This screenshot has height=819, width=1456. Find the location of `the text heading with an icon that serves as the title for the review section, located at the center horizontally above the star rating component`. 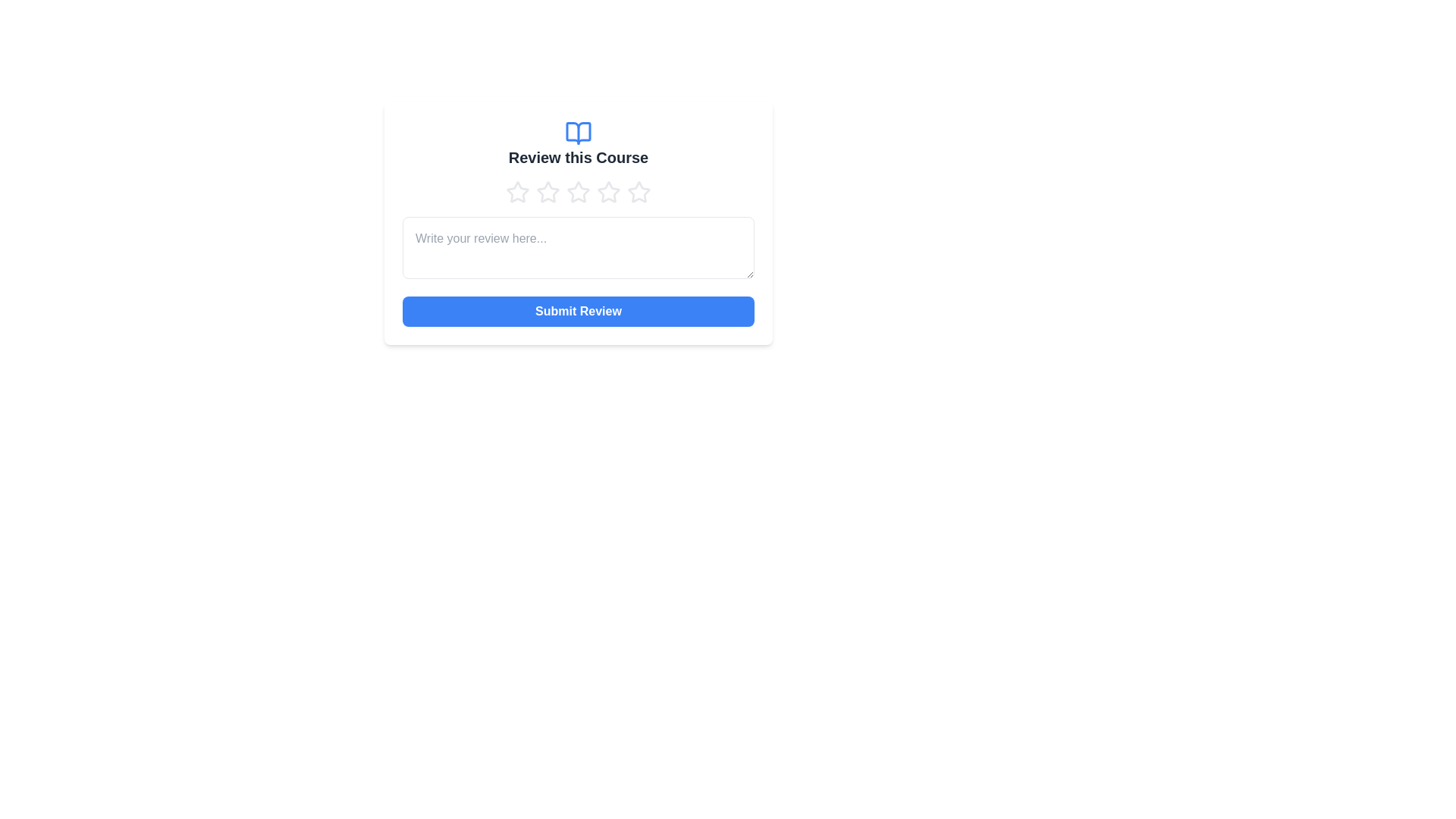

the text heading with an icon that serves as the title for the review section, located at the center horizontally above the star rating component is located at coordinates (578, 143).